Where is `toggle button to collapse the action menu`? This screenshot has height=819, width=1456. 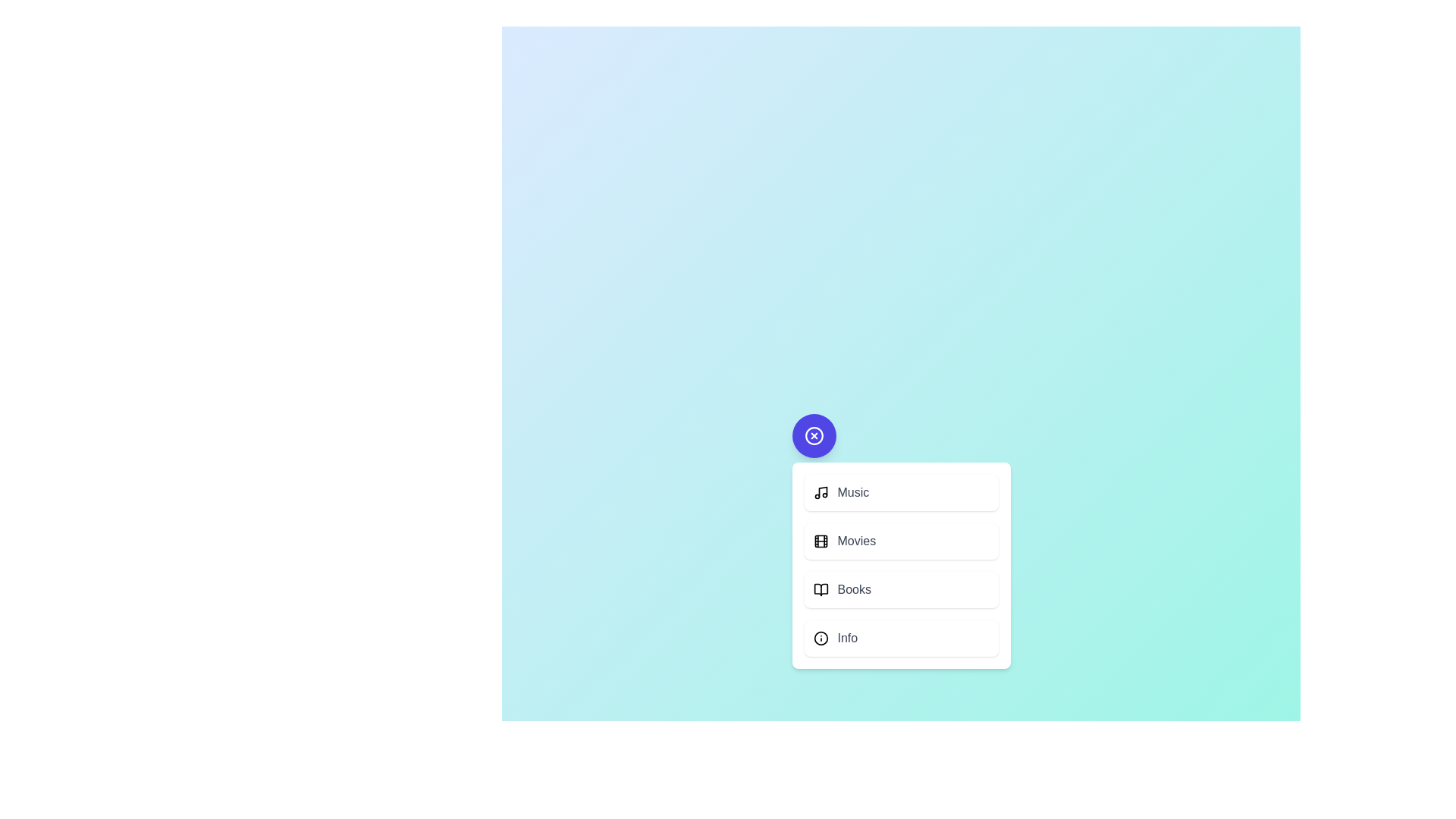
toggle button to collapse the action menu is located at coordinates (813, 435).